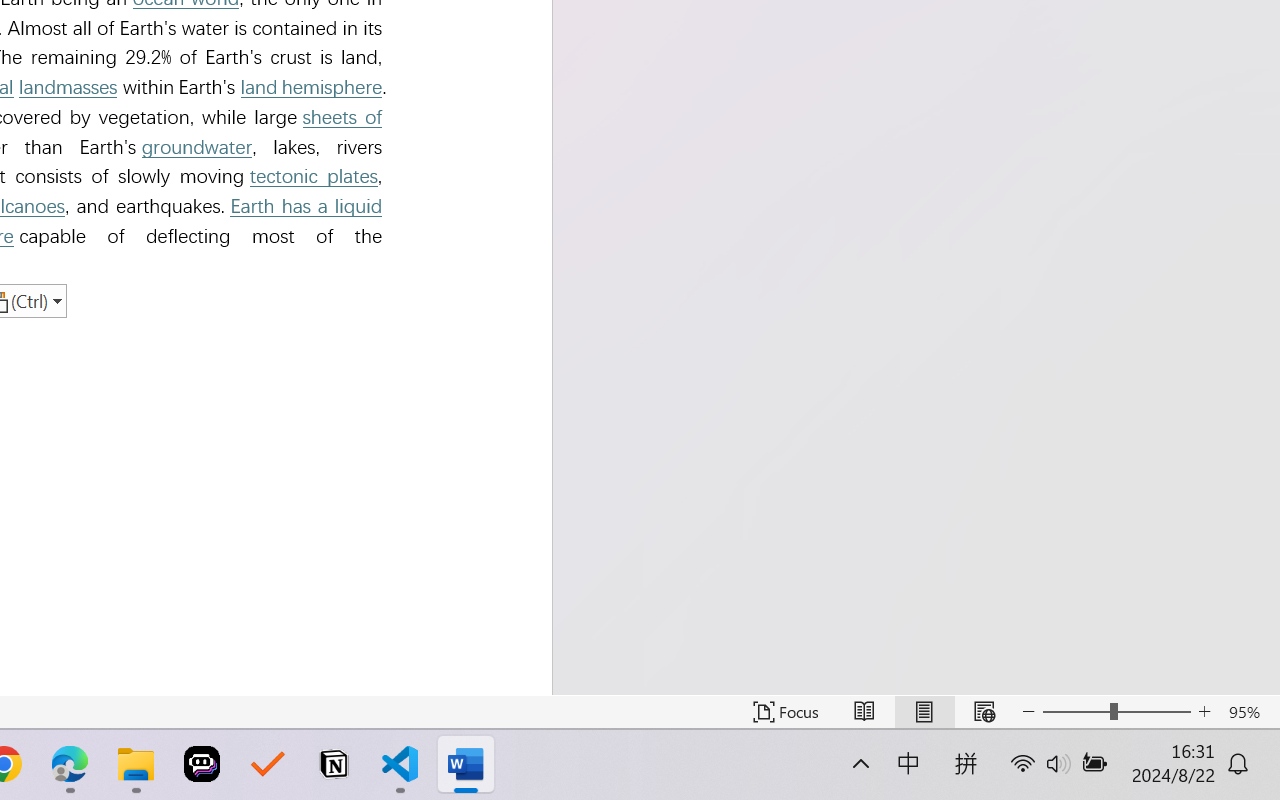 Image resolution: width=1280 pixels, height=800 pixels. Describe the element at coordinates (67, 87) in the screenshot. I see `'landmasses'` at that location.